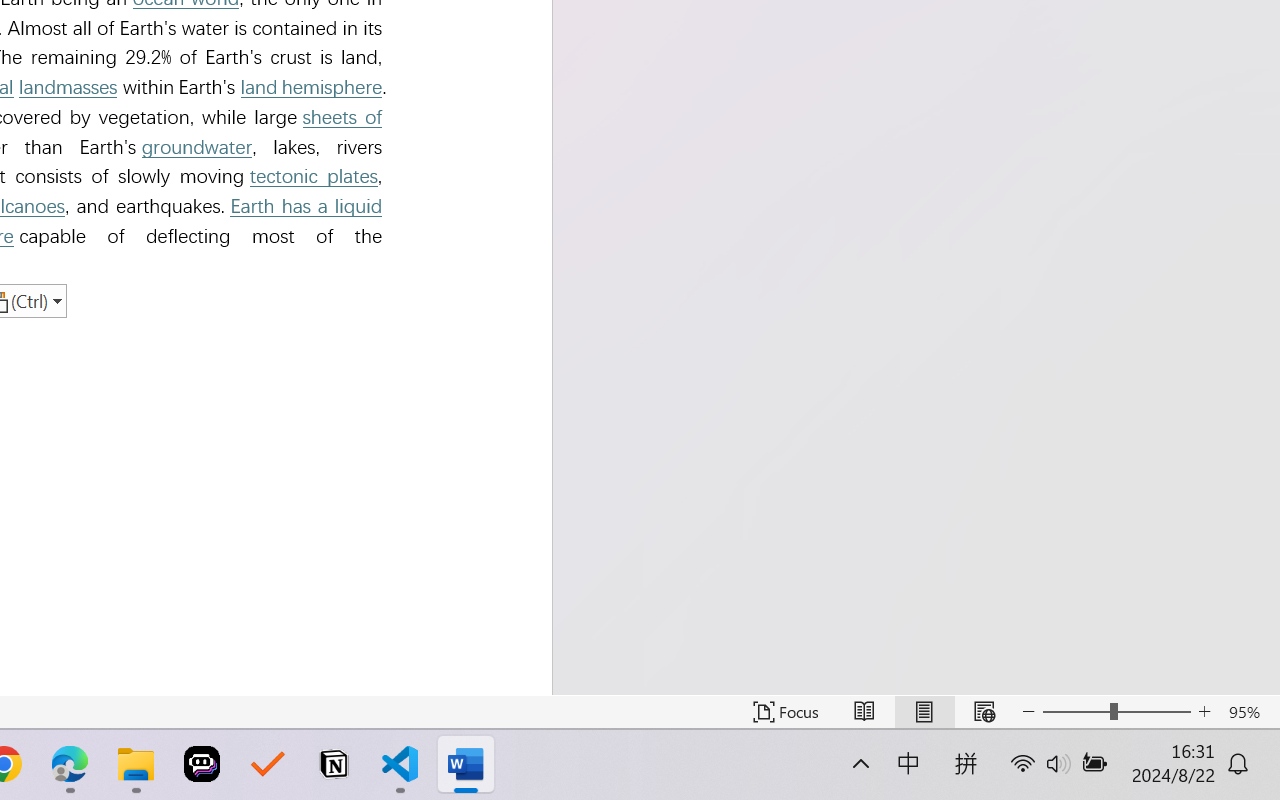 Image resolution: width=1280 pixels, height=800 pixels. Describe the element at coordinates (67, 87) in the screenshot. I see `'landmasses'` at that location.